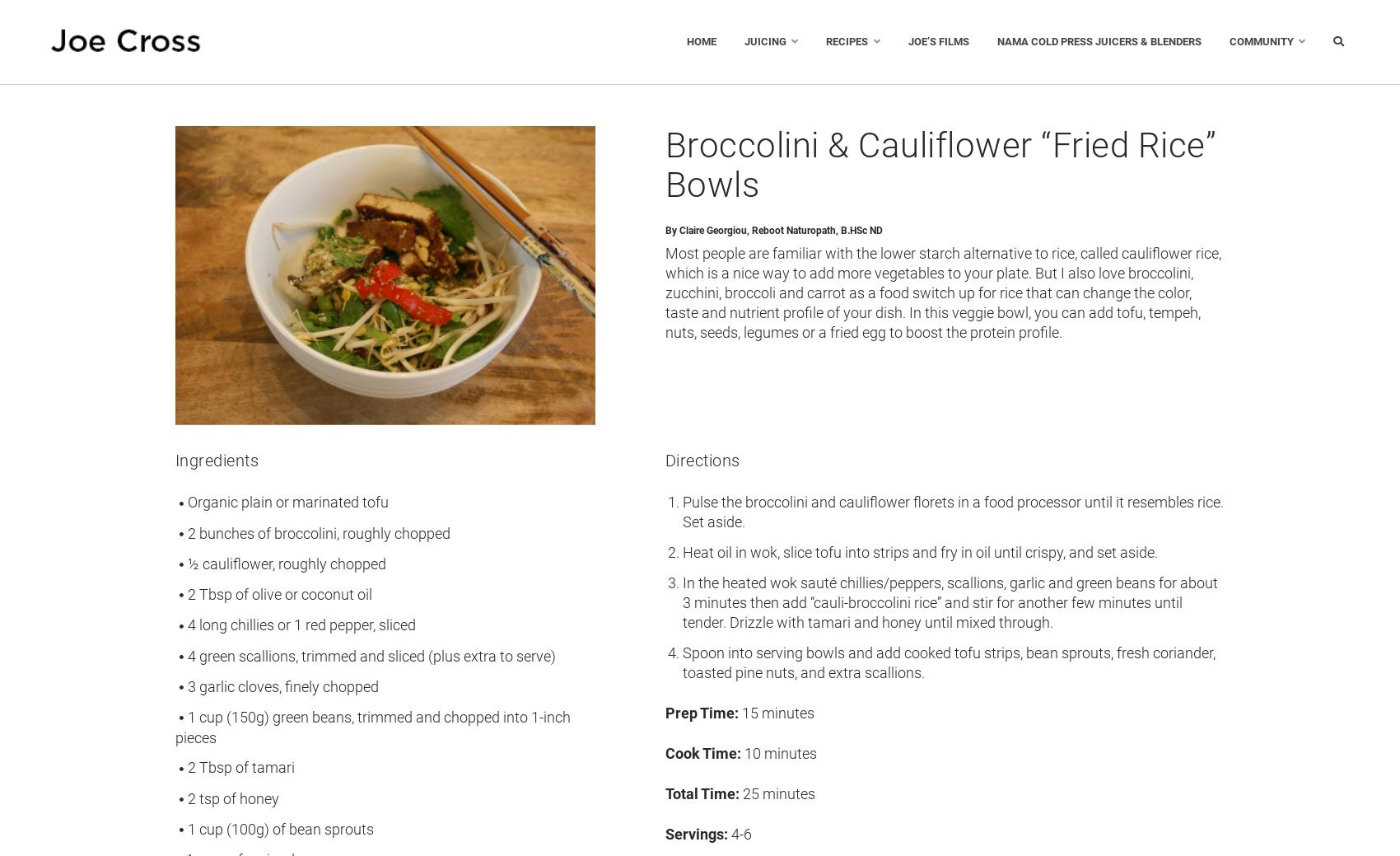  What do you see at coordinates (702, 752) in the screenshot?
I see `'Cook Time:'` at bounding box center [702, 752].